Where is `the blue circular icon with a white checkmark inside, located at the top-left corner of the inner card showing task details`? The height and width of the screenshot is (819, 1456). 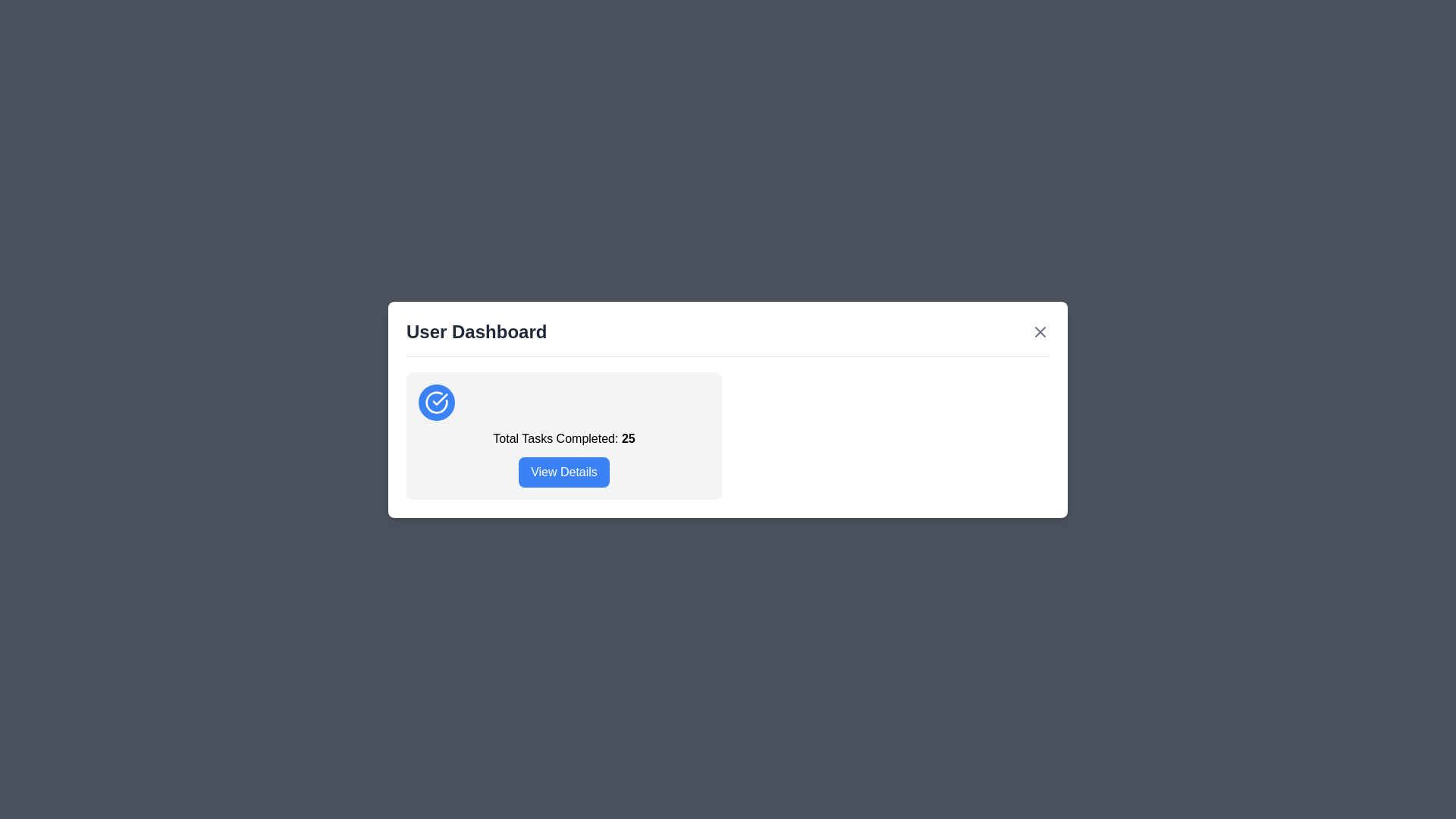 the blue circular icon with a white checkmark inside, located at the top-left corner of the inner card showing task details is located at coordinates (436, 401).